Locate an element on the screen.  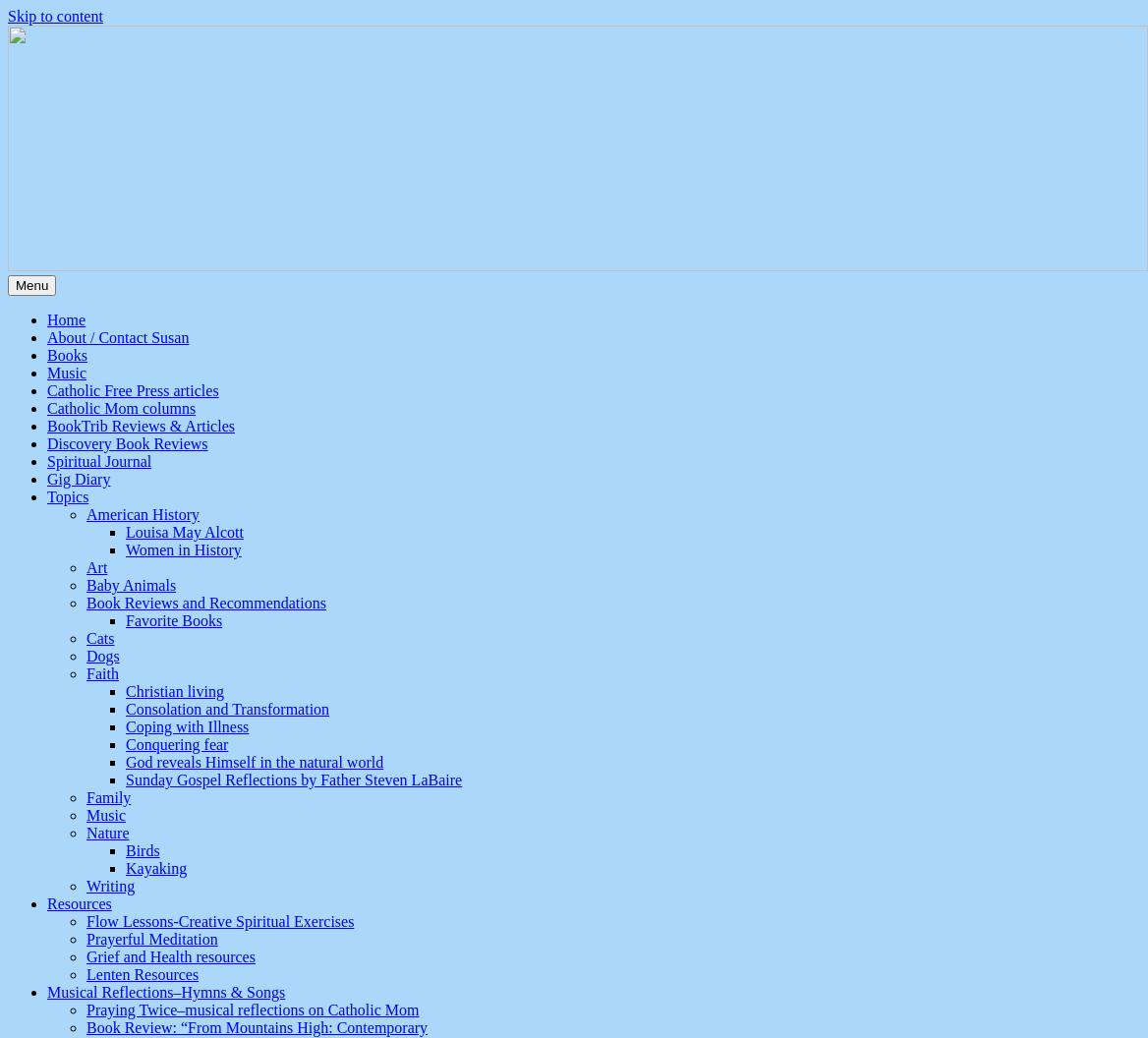
'Grief and Health resources' is located at coordinates (170, 956).